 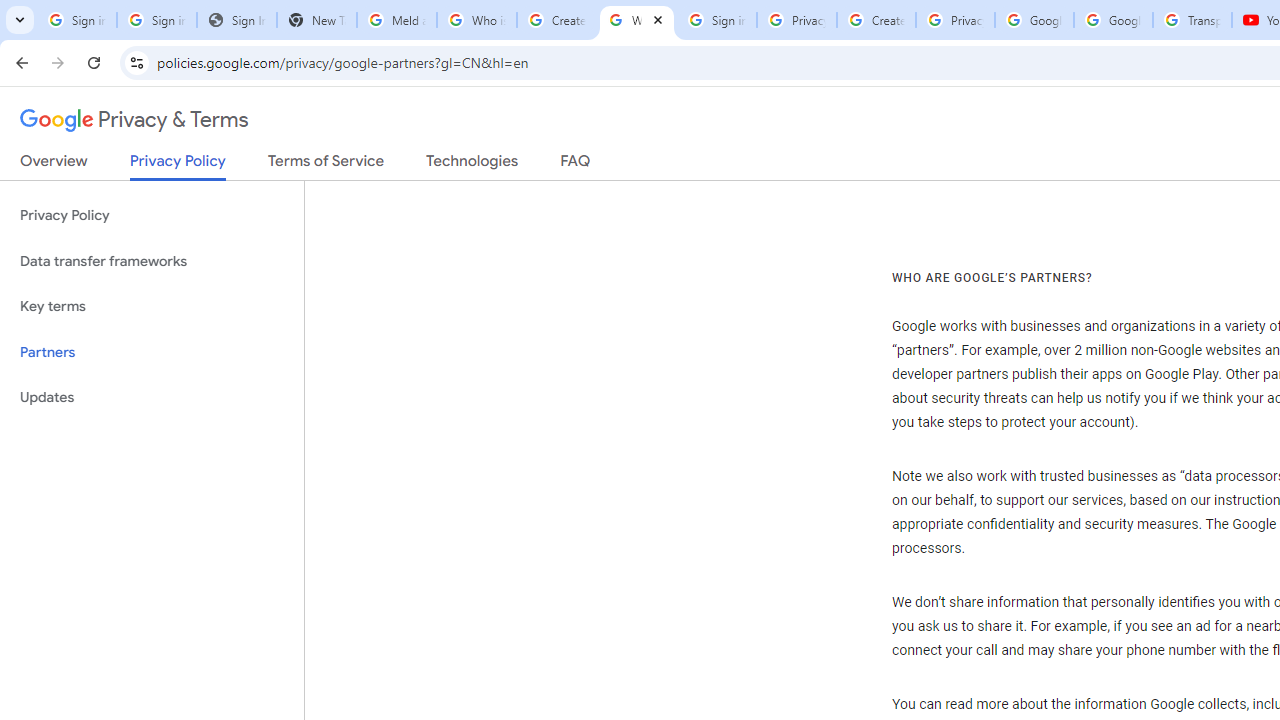 I want to click on 'Sign In - USA TODAY', so click(x=236, y=20).